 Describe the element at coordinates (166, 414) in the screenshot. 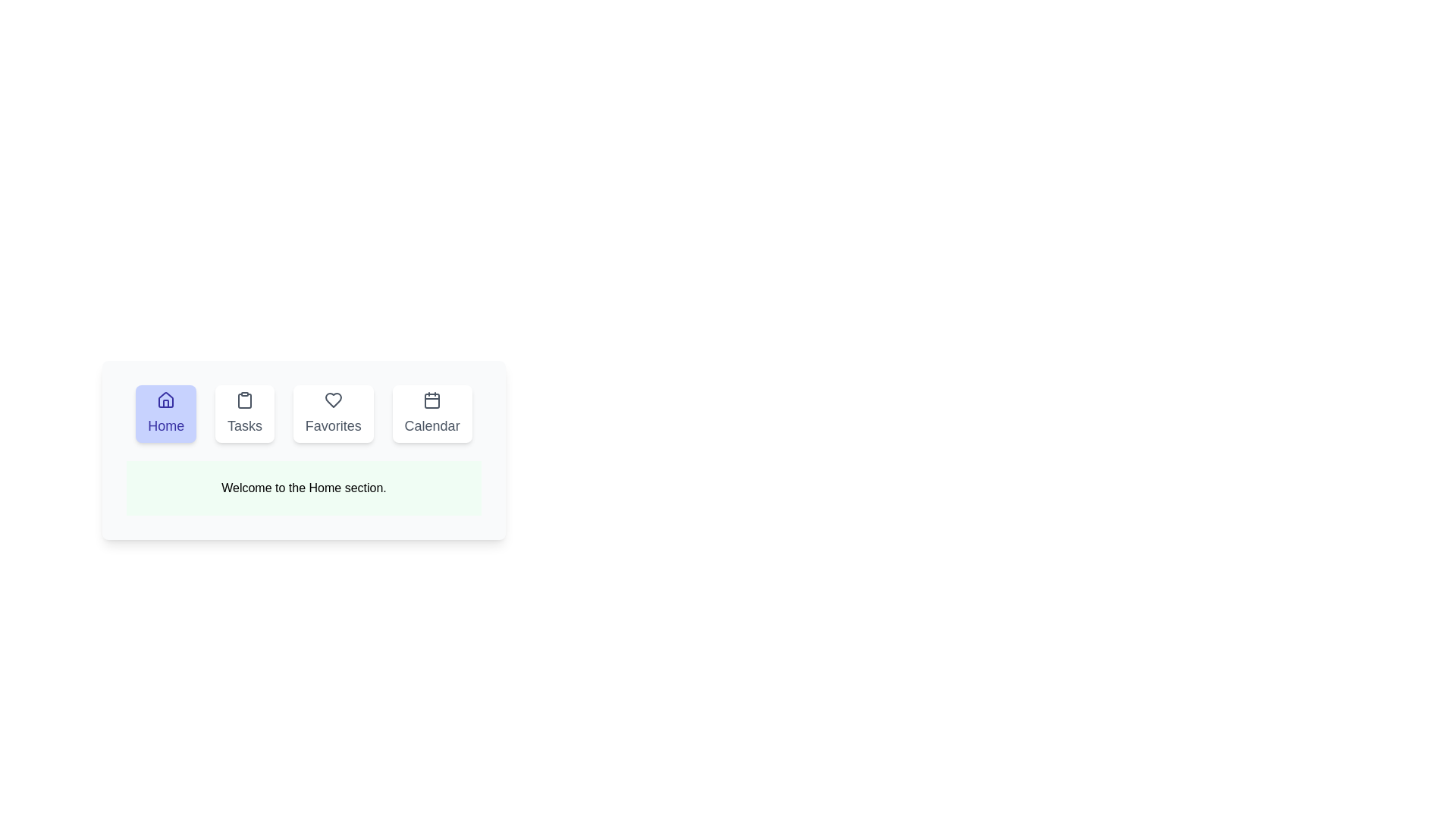

I see `the tab button labeled Home` at that location.